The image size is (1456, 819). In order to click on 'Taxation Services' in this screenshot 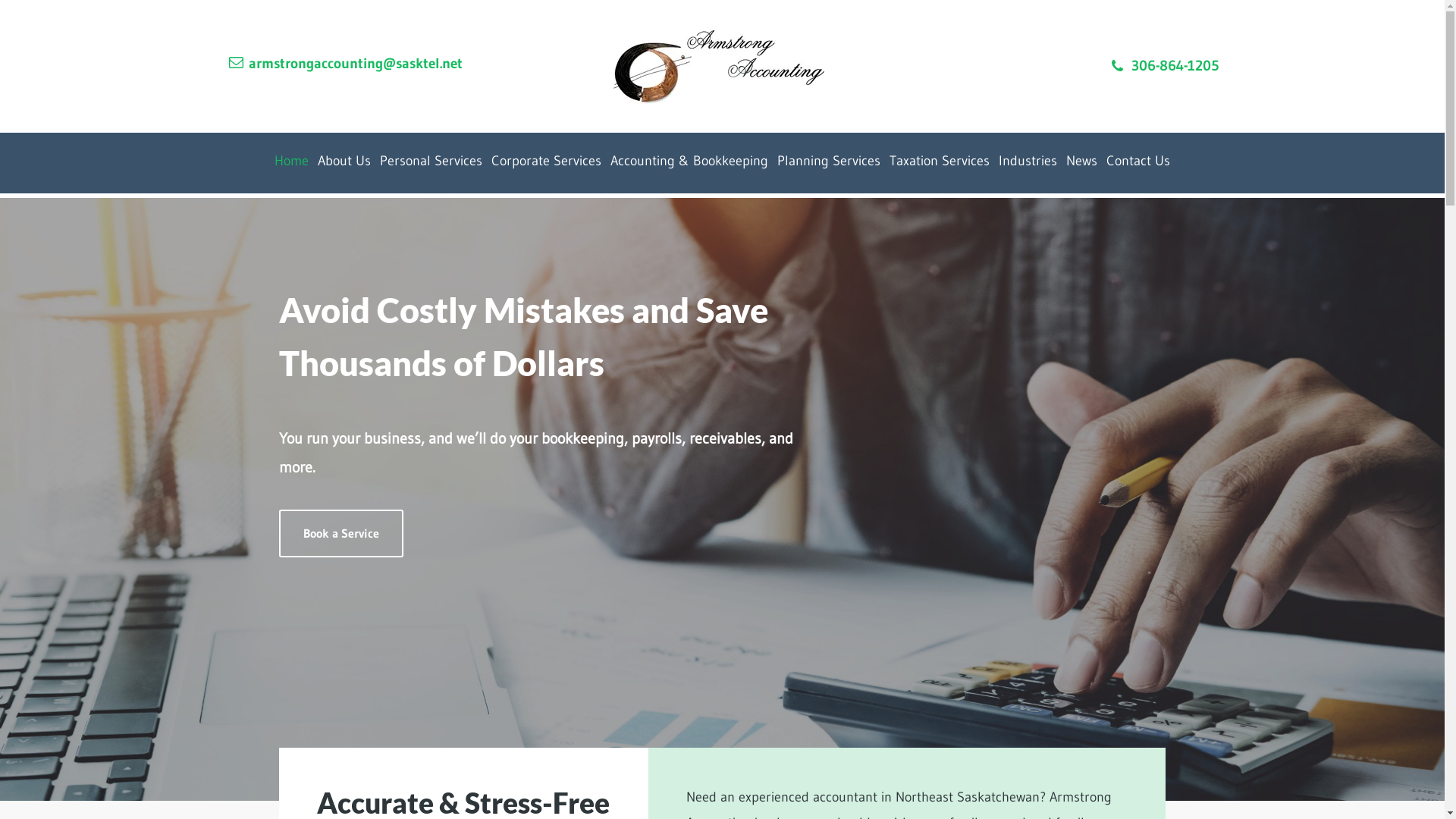, I will do `click(938, 161)`.